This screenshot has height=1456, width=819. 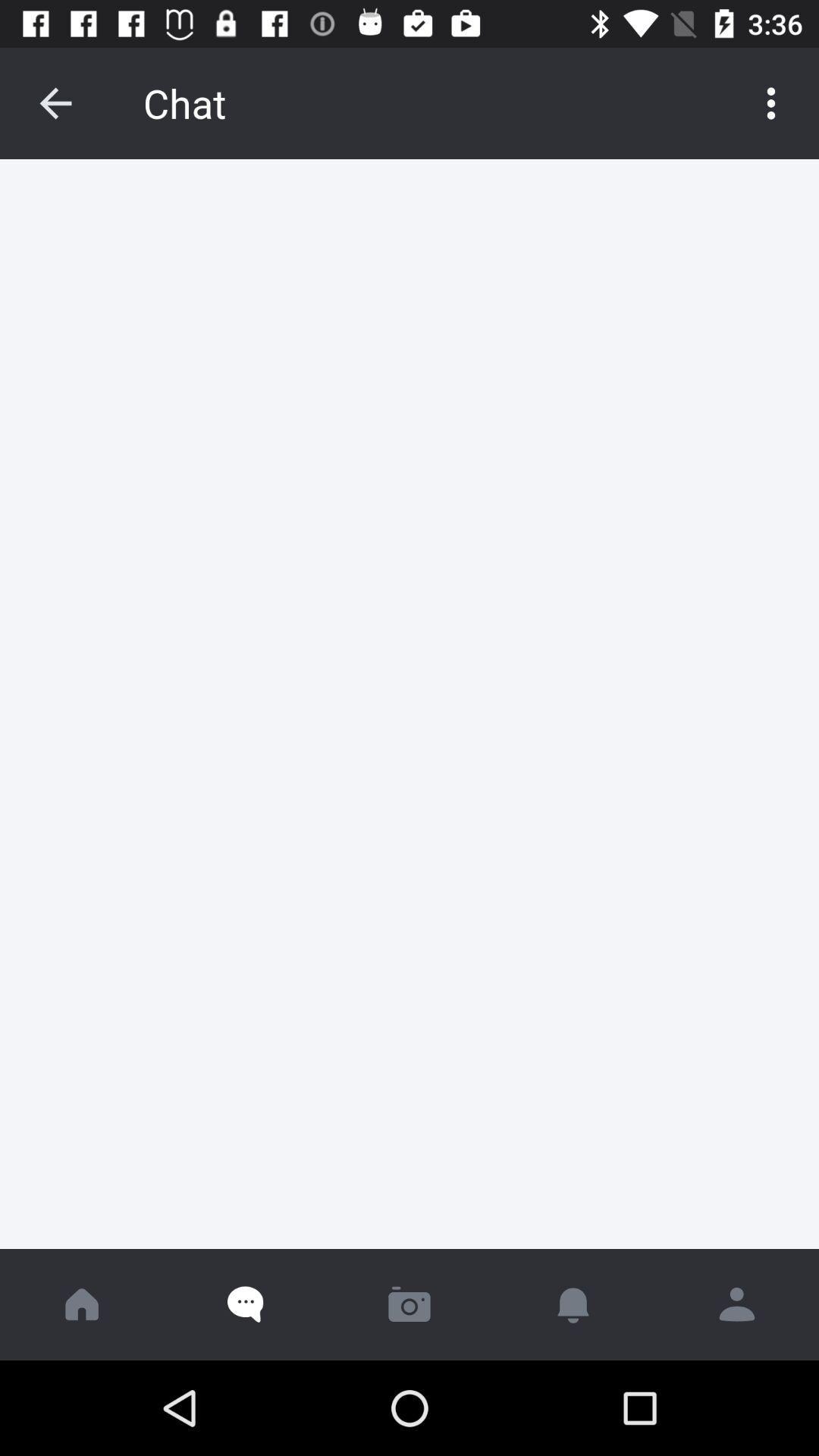 I want to click on go home, so click(x=82, y=1304).